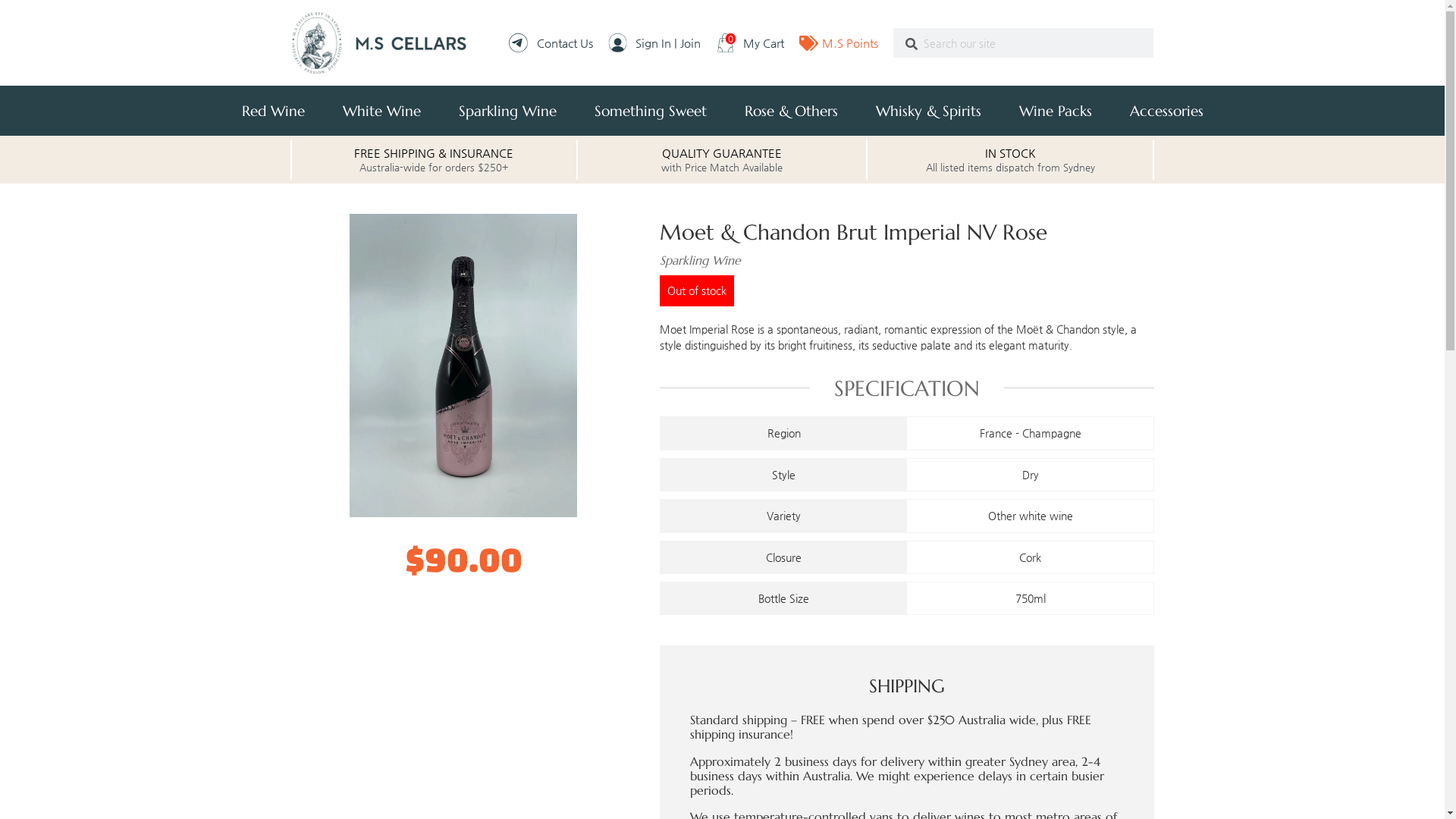  I want to click on 'Whisky & Spirits', so click(927, 110).